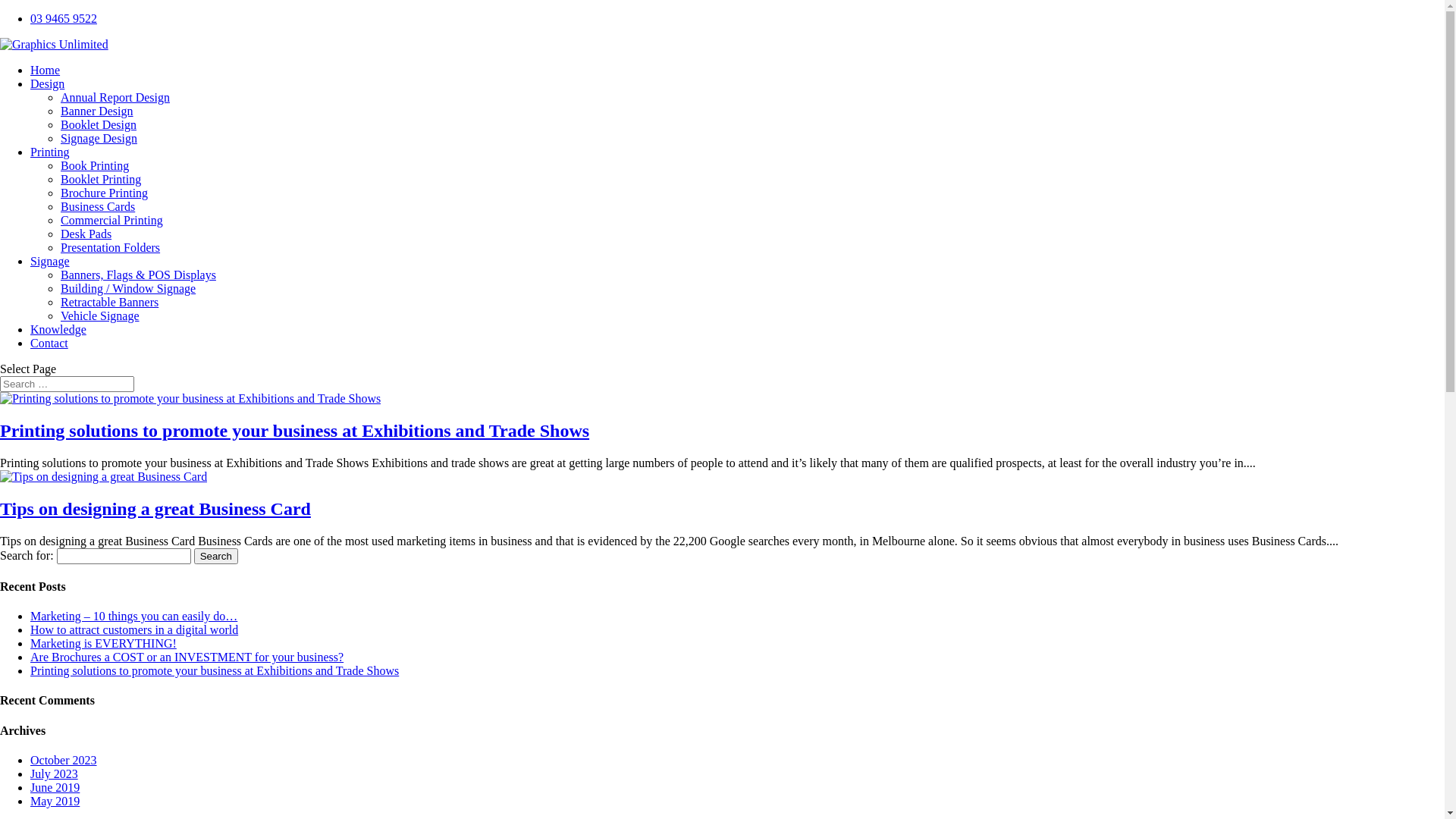  Describe the element at coordinates (50, 260) in the screenshot. I see `'Signage'` at that location.